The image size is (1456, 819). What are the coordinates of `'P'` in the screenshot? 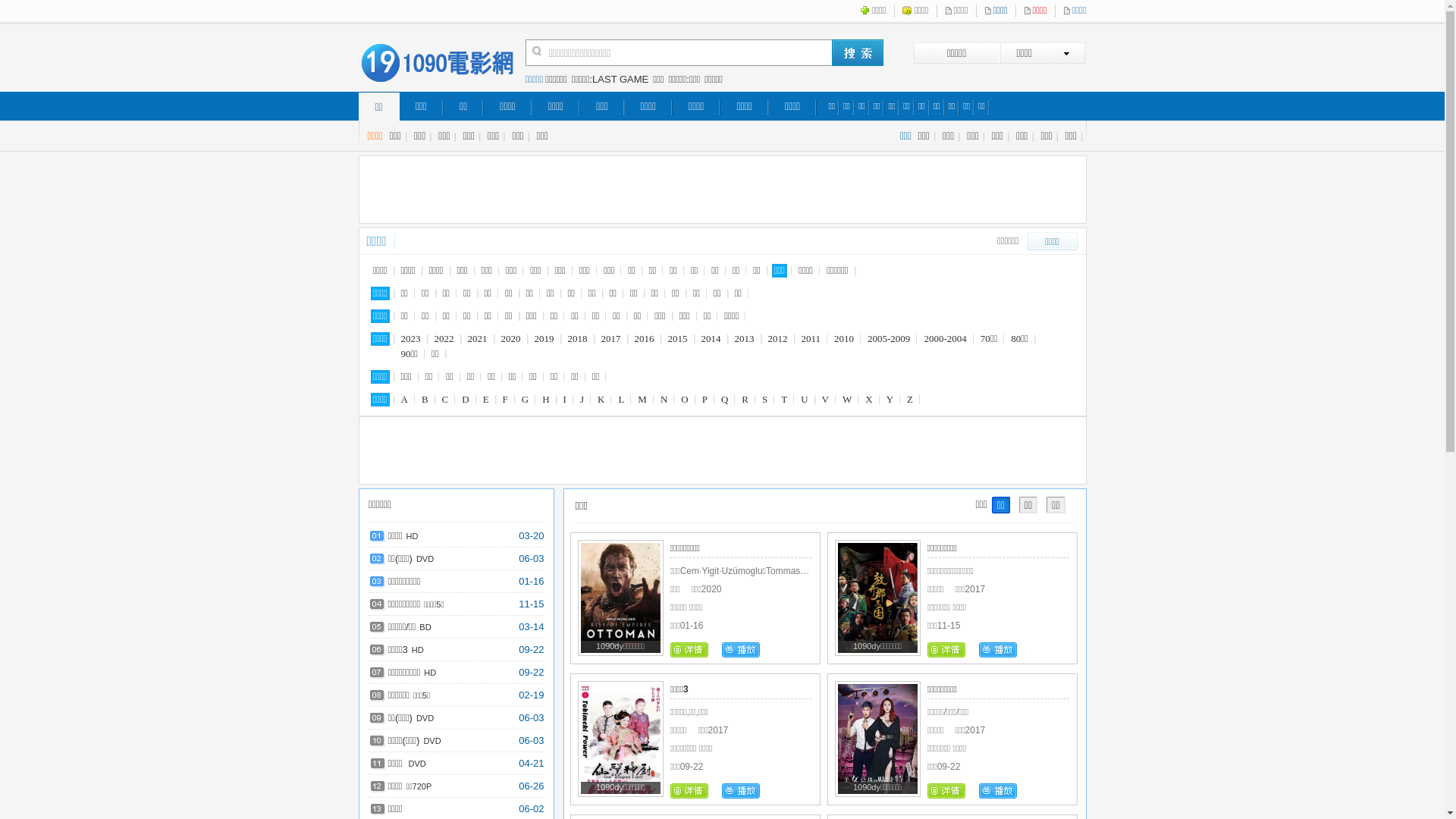 It's located at (704, 399).